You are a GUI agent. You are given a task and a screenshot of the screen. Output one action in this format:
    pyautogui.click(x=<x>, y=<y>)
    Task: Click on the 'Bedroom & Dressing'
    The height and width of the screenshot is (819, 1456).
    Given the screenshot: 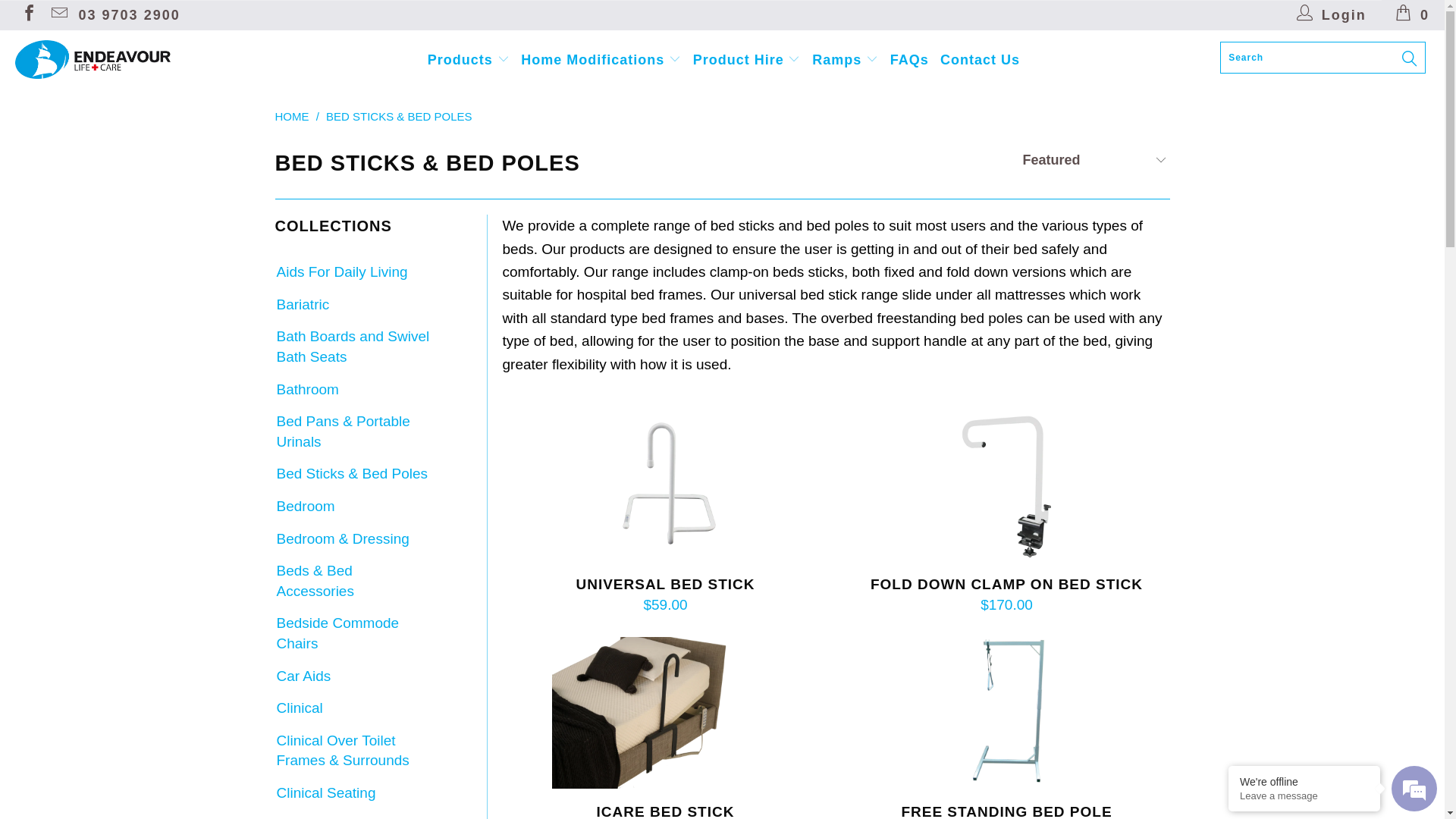 What is the action you would take?
    pyautogui.click(x=274, y=538)
    